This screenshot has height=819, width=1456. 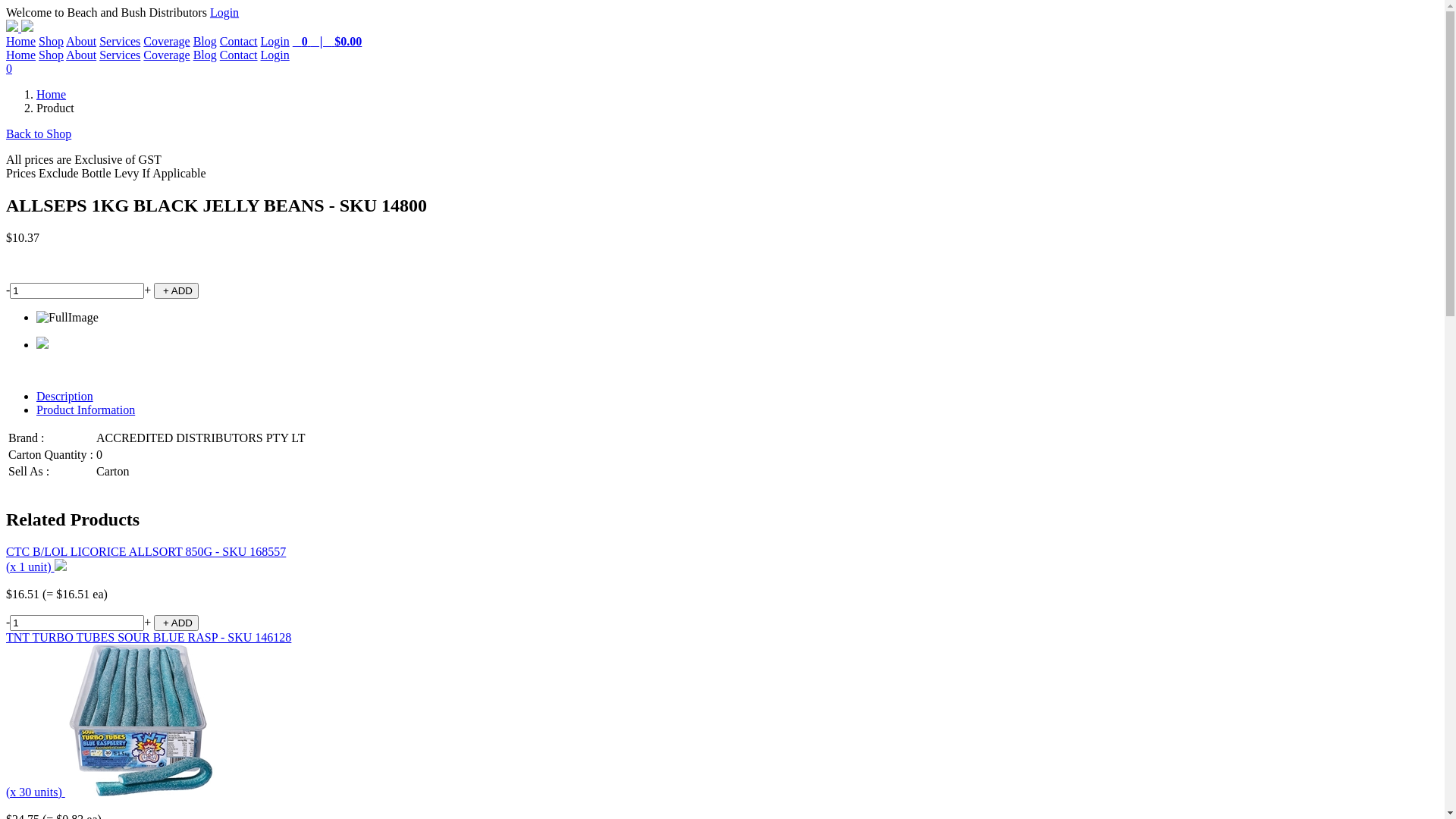 I want to click on 'Services', so click(x=119, y=40).